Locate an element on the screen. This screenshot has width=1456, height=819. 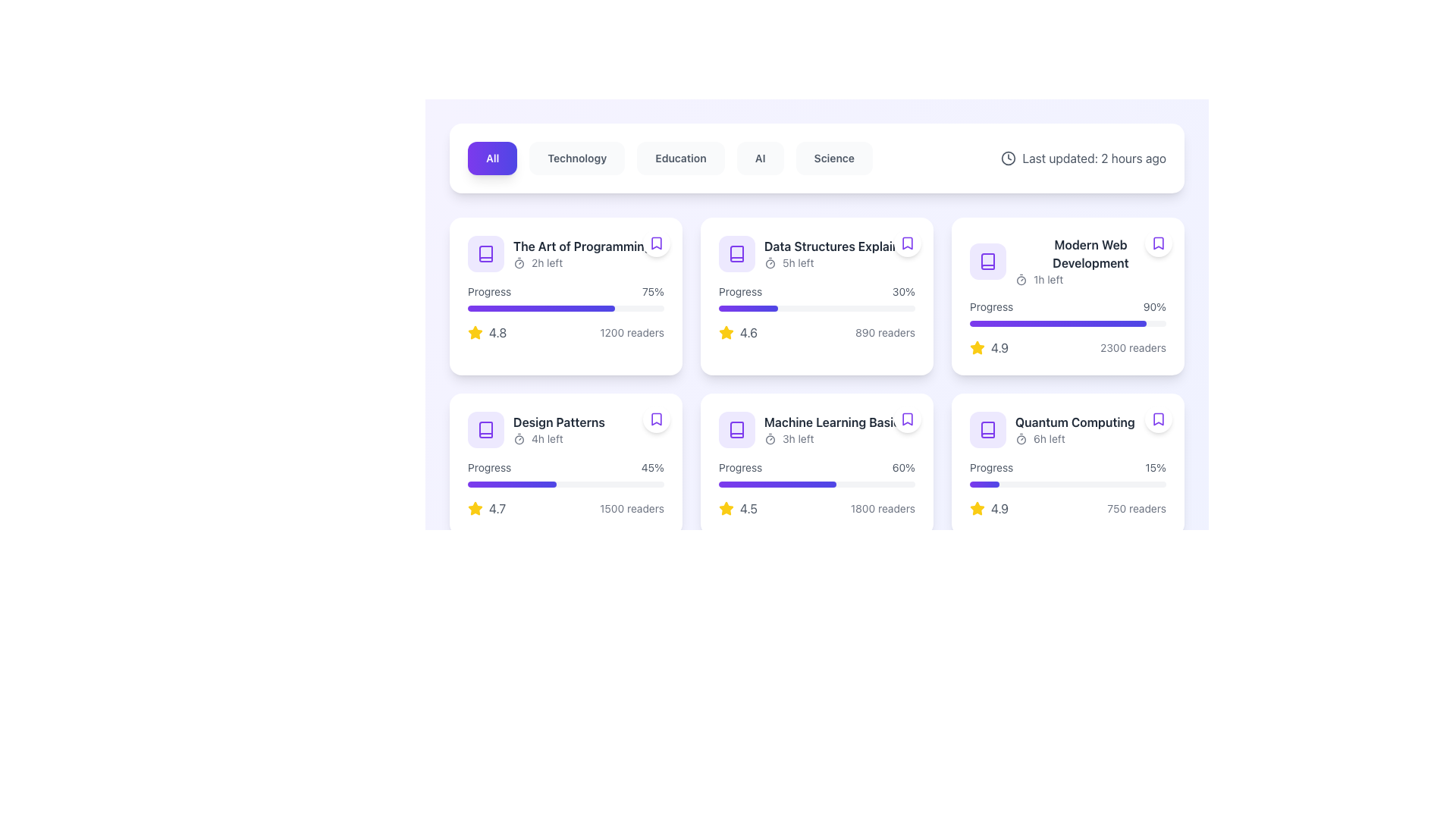
the purple book icon located in the 'Machine Learning Basics' card to interact with it is located at coordinates (736, 430).